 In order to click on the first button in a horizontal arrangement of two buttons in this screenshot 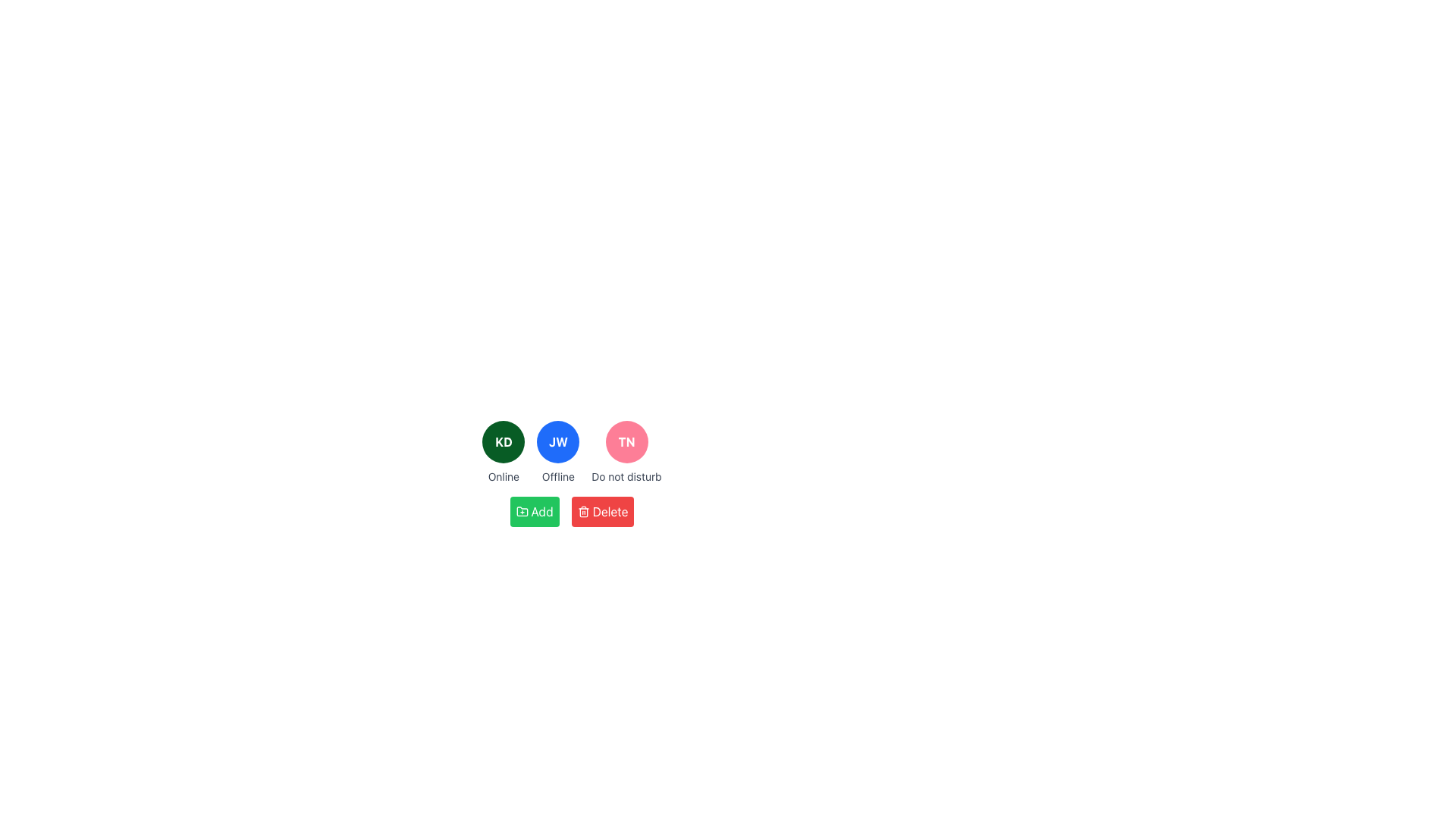, I will do `click(535, 512)`.